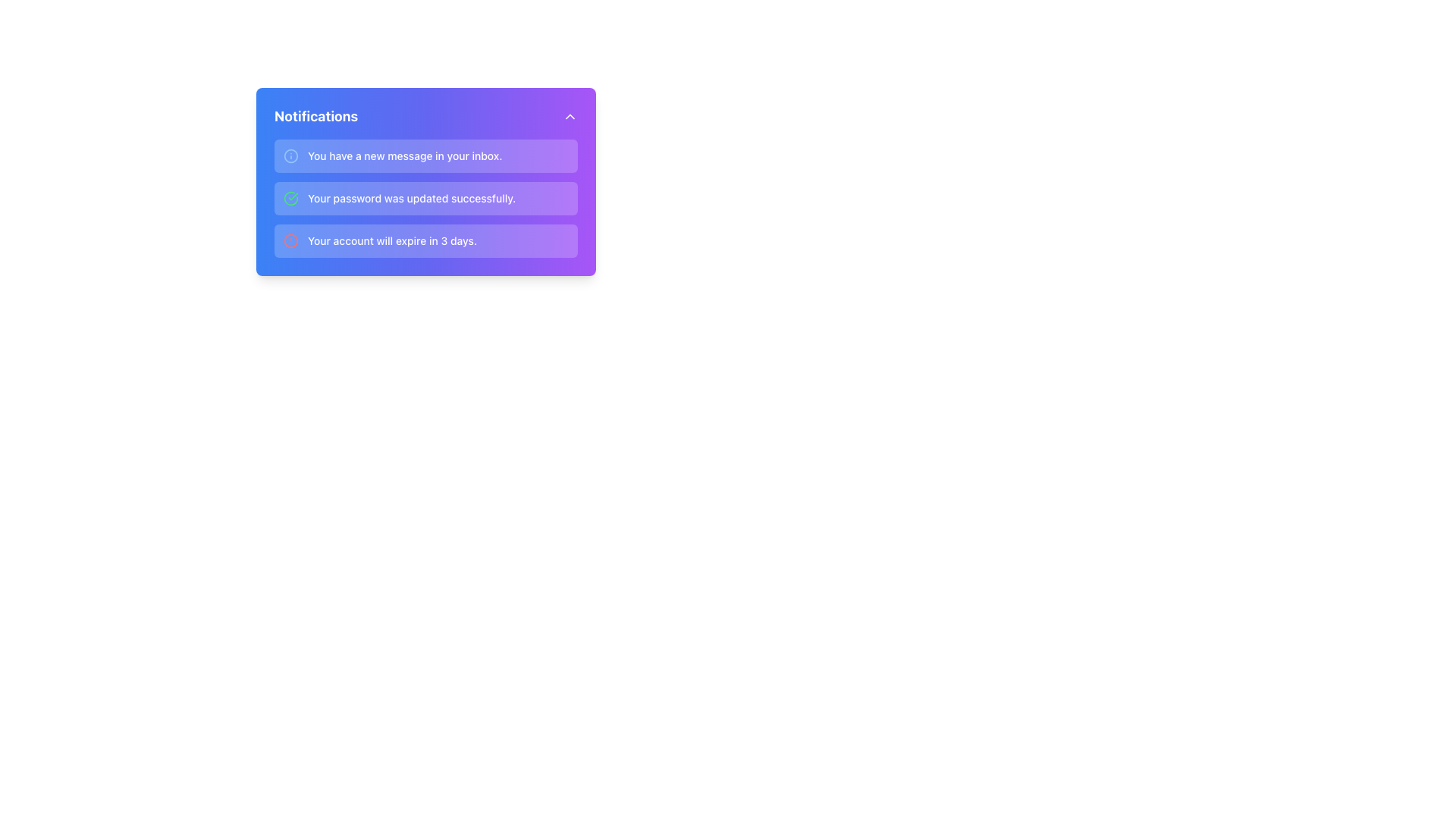 This screenshot has height=819, width=1456. What do you see at coordinates (291, 198) in the screenshot?
I see `the circular icon with a green outline and check mark, located next to the text 'Your password was updated successfully' in the second notification entry of the 'Notifications' card` at bounding box center [291, 198].